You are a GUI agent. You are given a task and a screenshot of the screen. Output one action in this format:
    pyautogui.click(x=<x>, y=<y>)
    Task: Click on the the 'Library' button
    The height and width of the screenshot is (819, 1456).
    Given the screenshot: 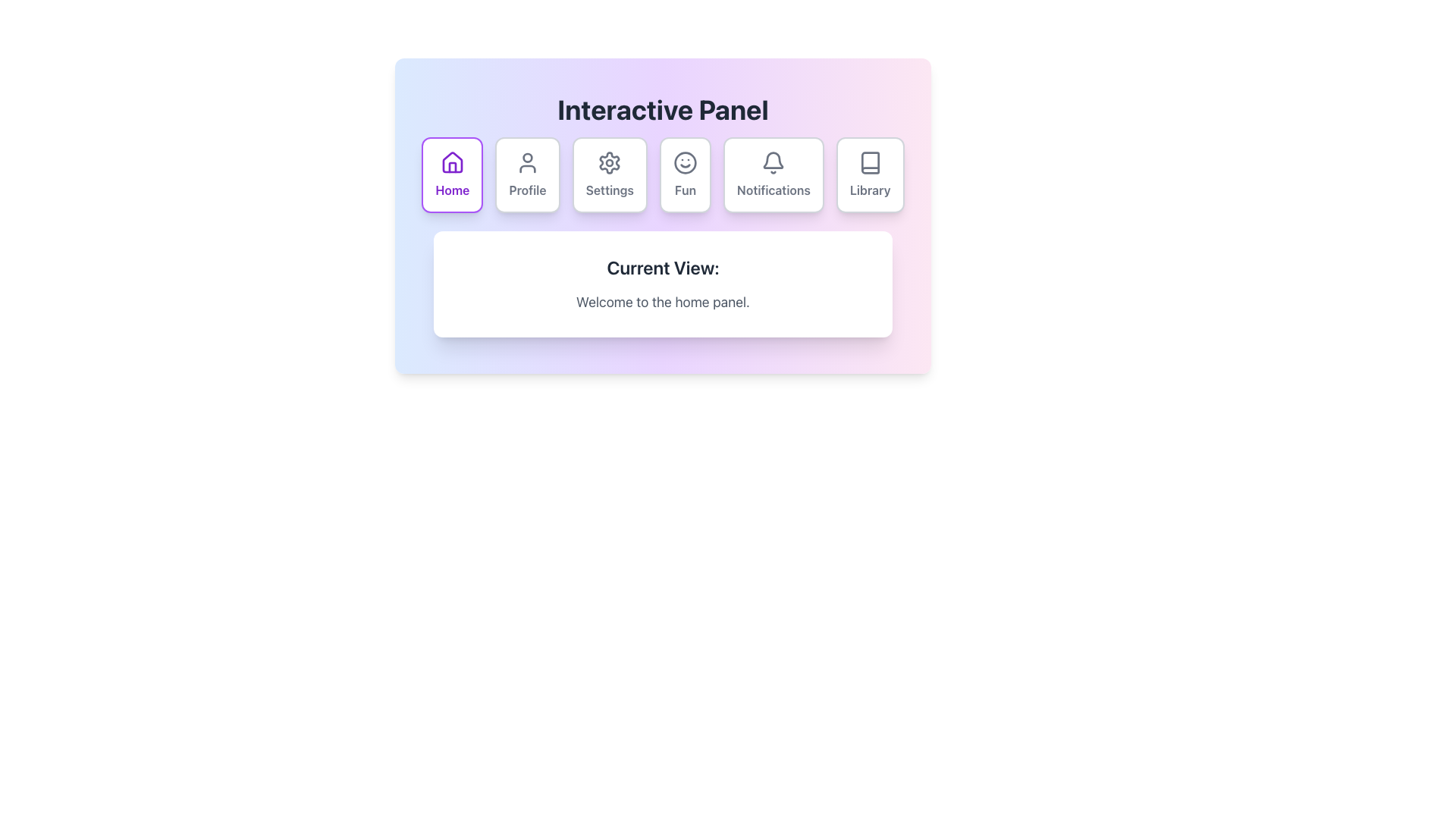 What is the action you would take?
    pyautogui.click(x=870, y=174)
    